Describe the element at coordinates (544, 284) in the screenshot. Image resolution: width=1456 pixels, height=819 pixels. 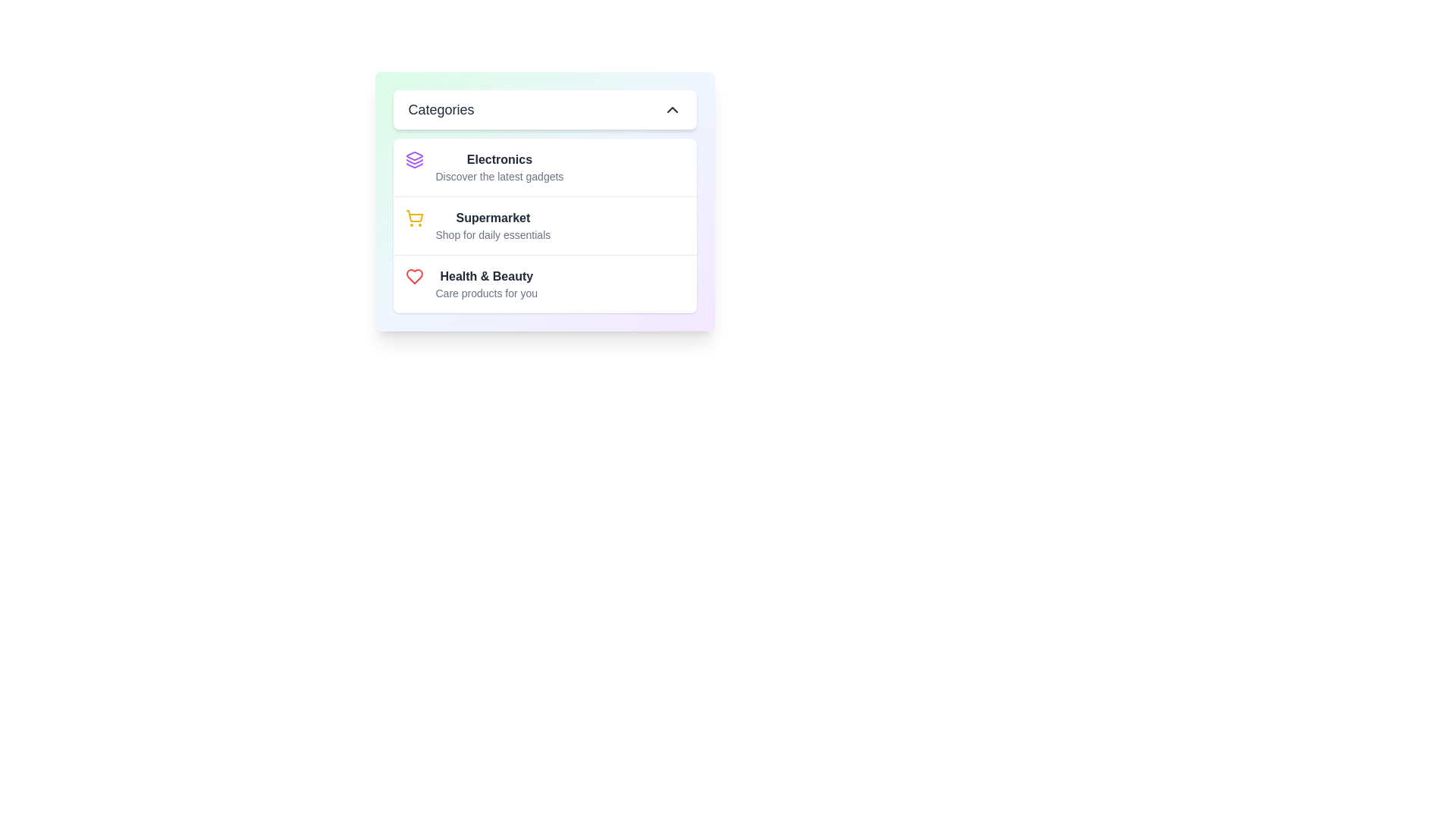
I see `the third list item in the vertically stacked list for 'Health & Beauty' products` at that location.